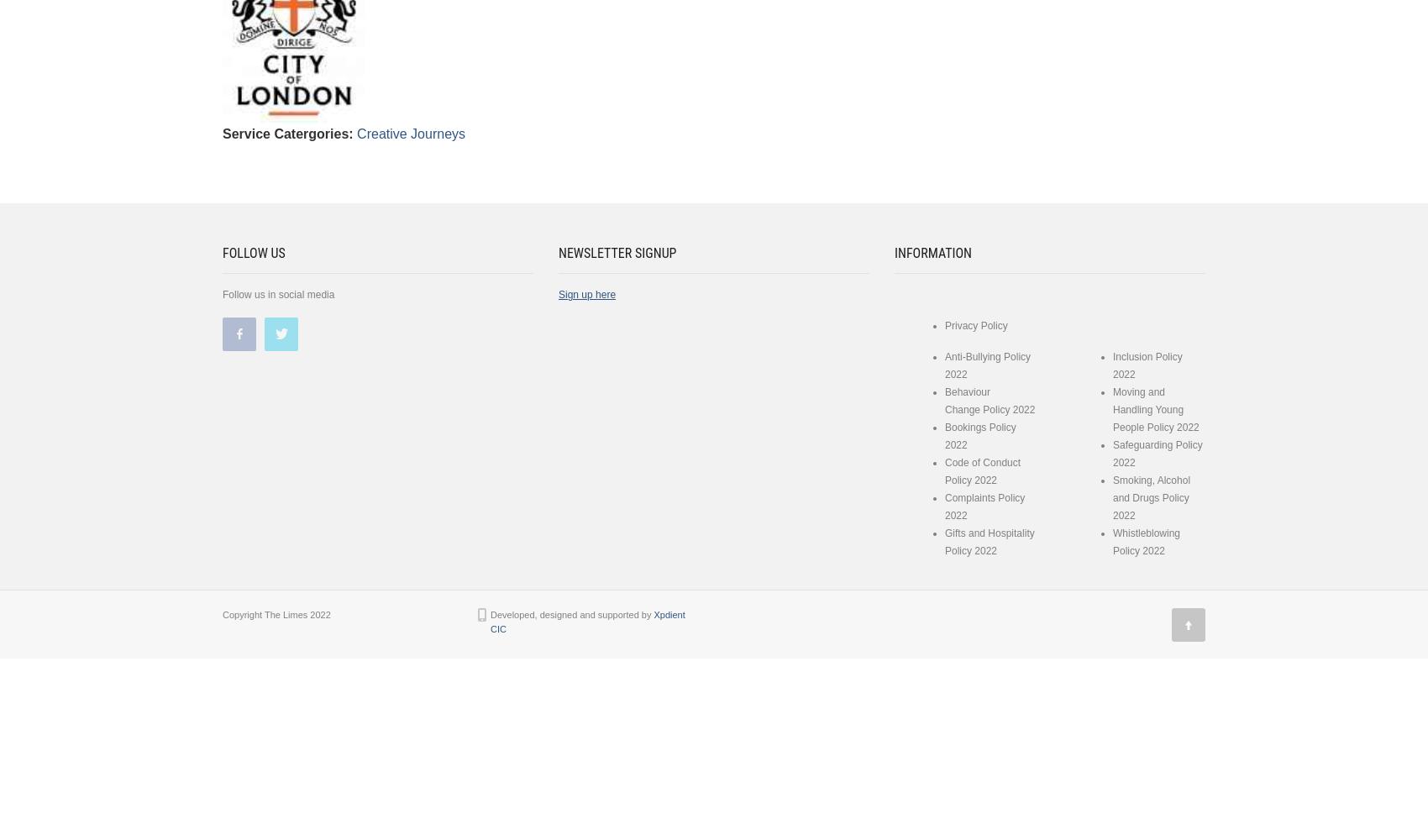  What do you see at coordinates (984, 506) in the screenshot?
I see `'Complaints Policy 2022'` at bounding box center [984, 506].